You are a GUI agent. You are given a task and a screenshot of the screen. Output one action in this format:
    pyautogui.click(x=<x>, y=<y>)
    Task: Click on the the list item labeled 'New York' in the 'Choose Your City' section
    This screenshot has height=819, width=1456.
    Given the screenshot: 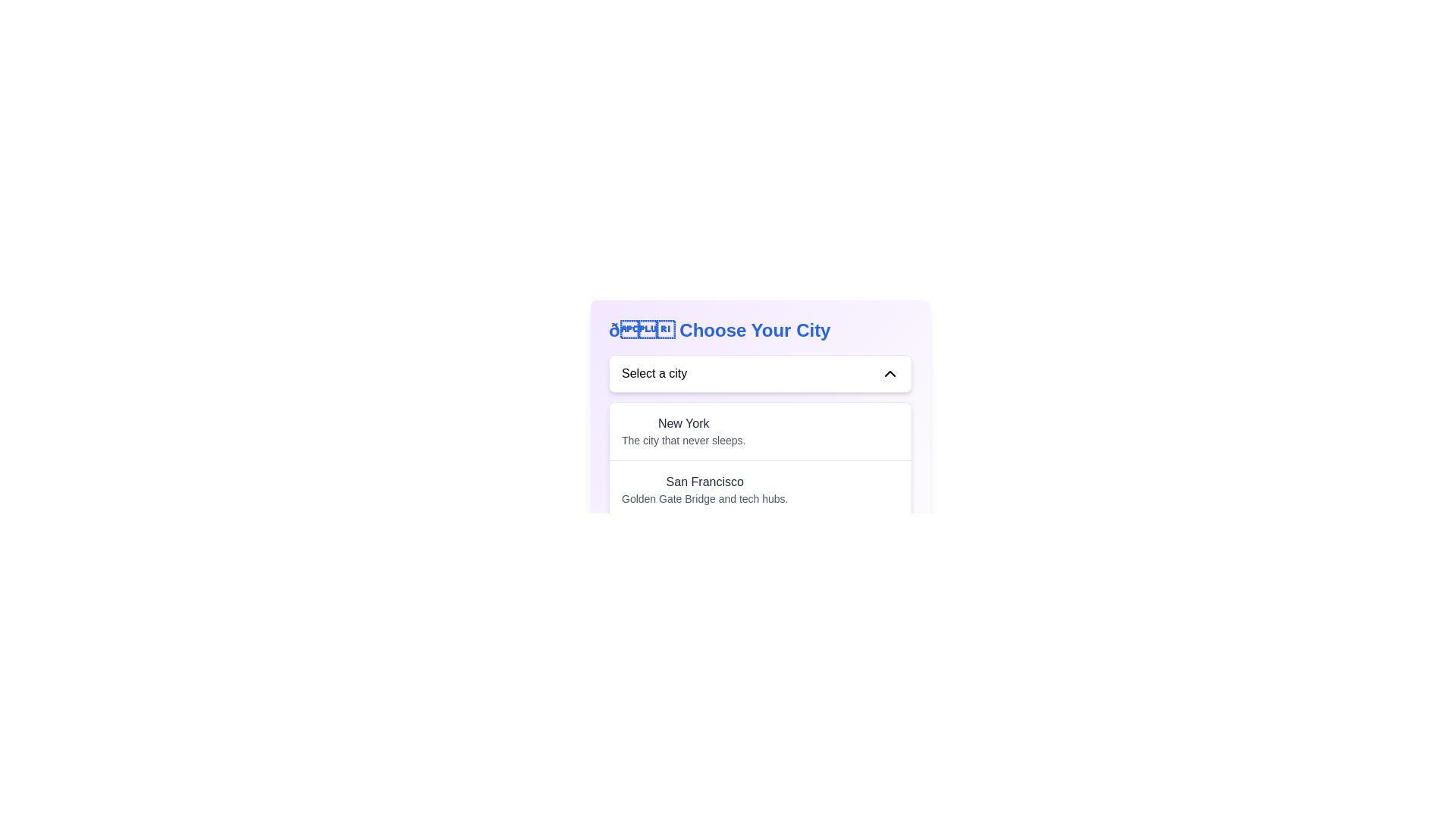 What is the action you would take?
    pyautogui.click(x=682, y=431)
    